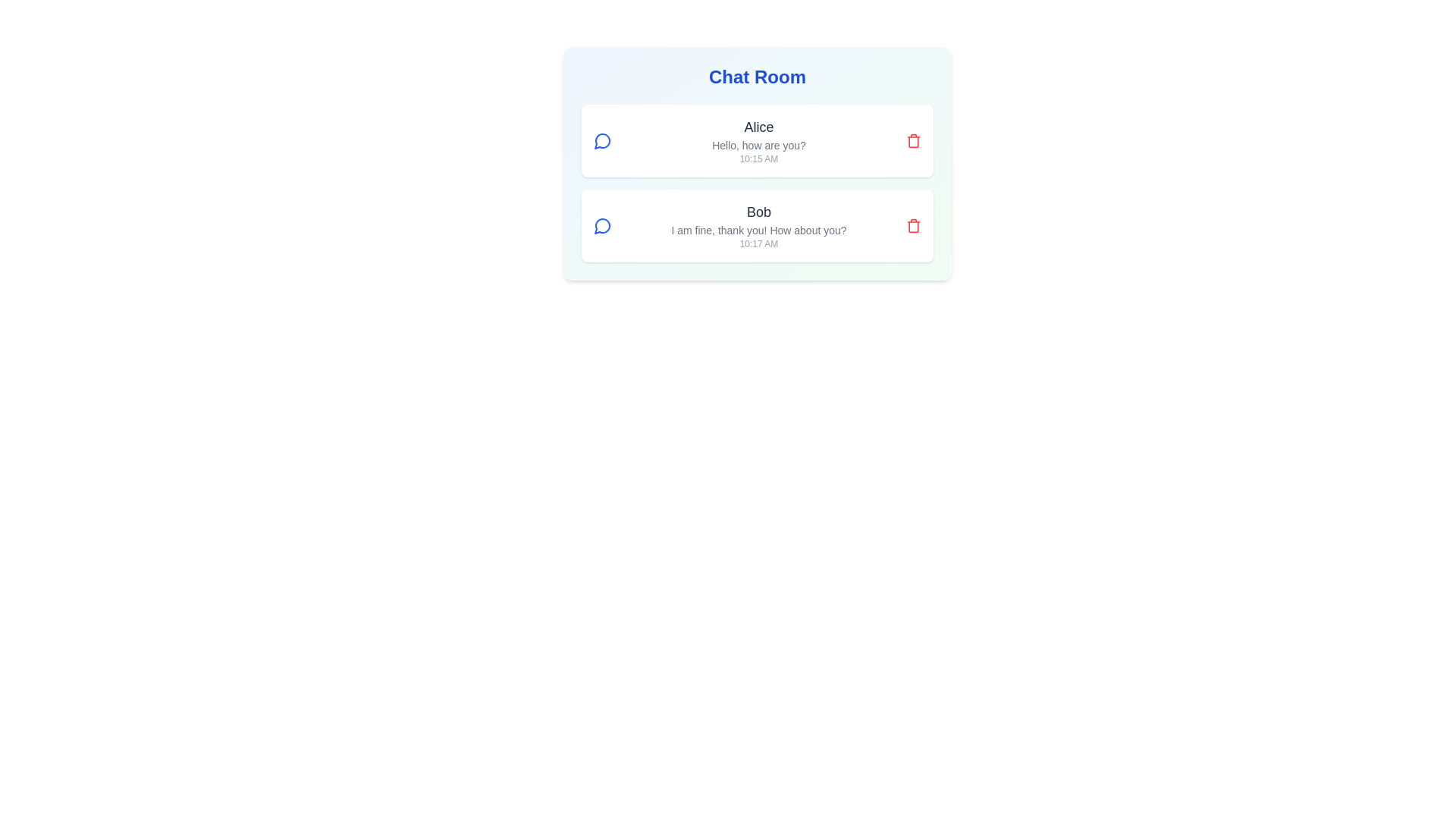  I want to click on delete button for the message authored by Bob, so click(912, 225).